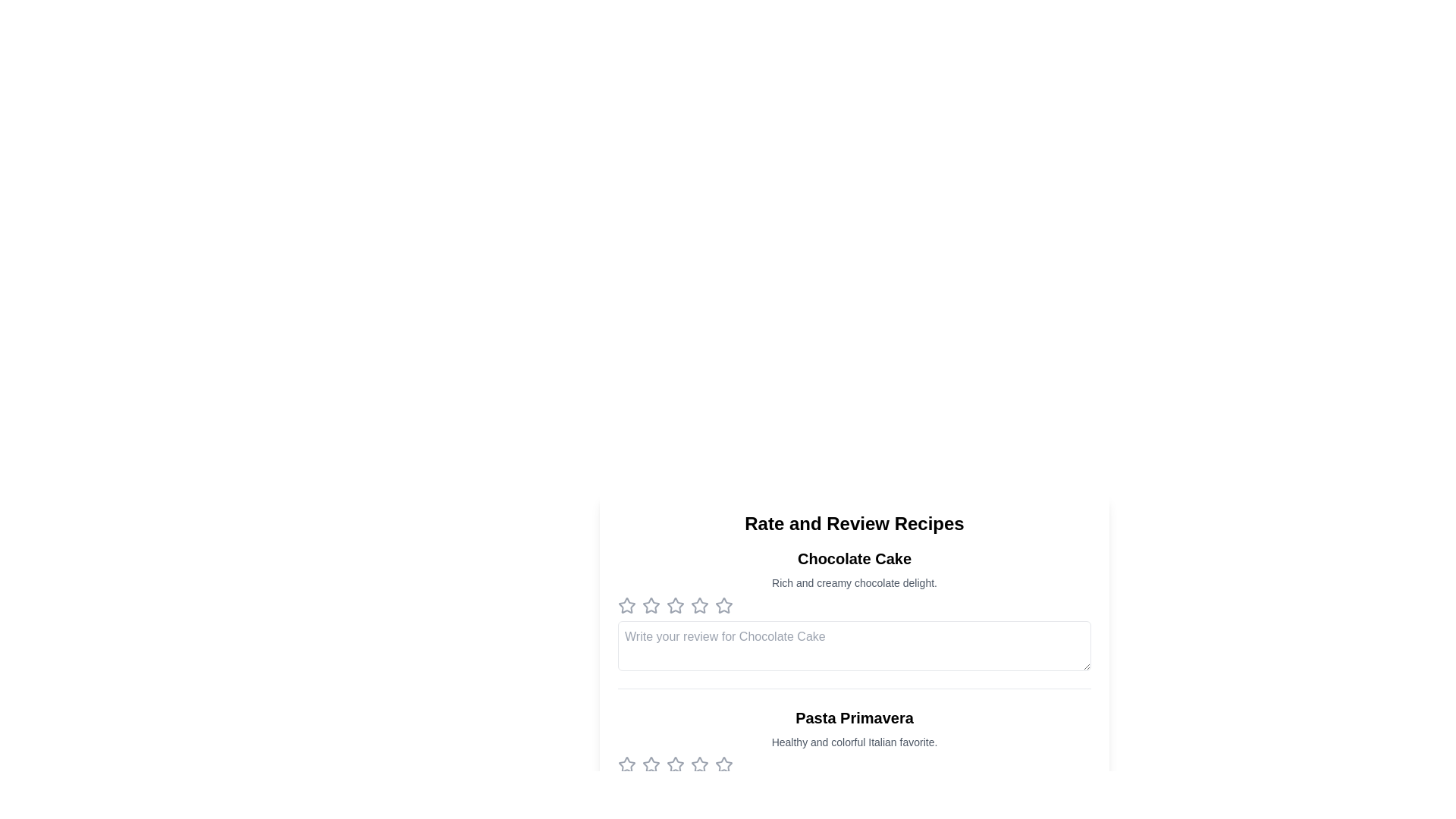  Describe the element at coordinates (626, 604) in the screenshot. I see `the first star icon for rating under the 'Chocolate Cake' section to assign a rating of one star` at that location.